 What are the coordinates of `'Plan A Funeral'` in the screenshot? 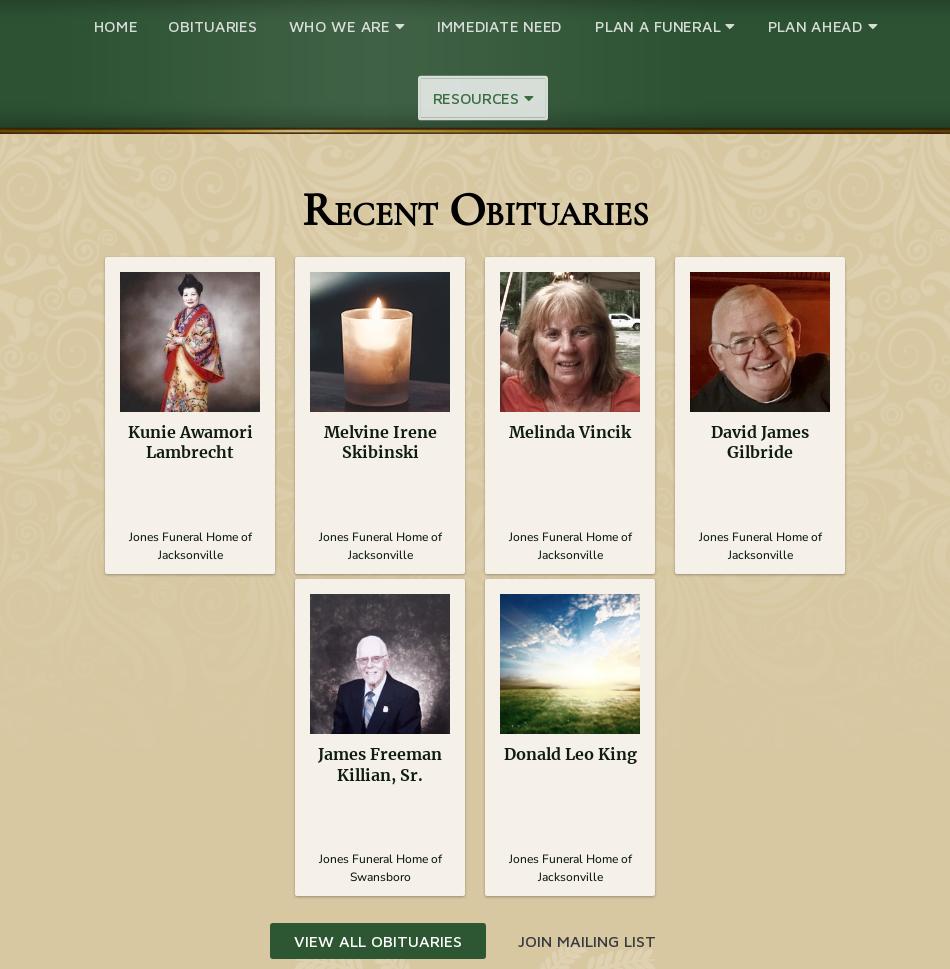 It's located at (659, 25).